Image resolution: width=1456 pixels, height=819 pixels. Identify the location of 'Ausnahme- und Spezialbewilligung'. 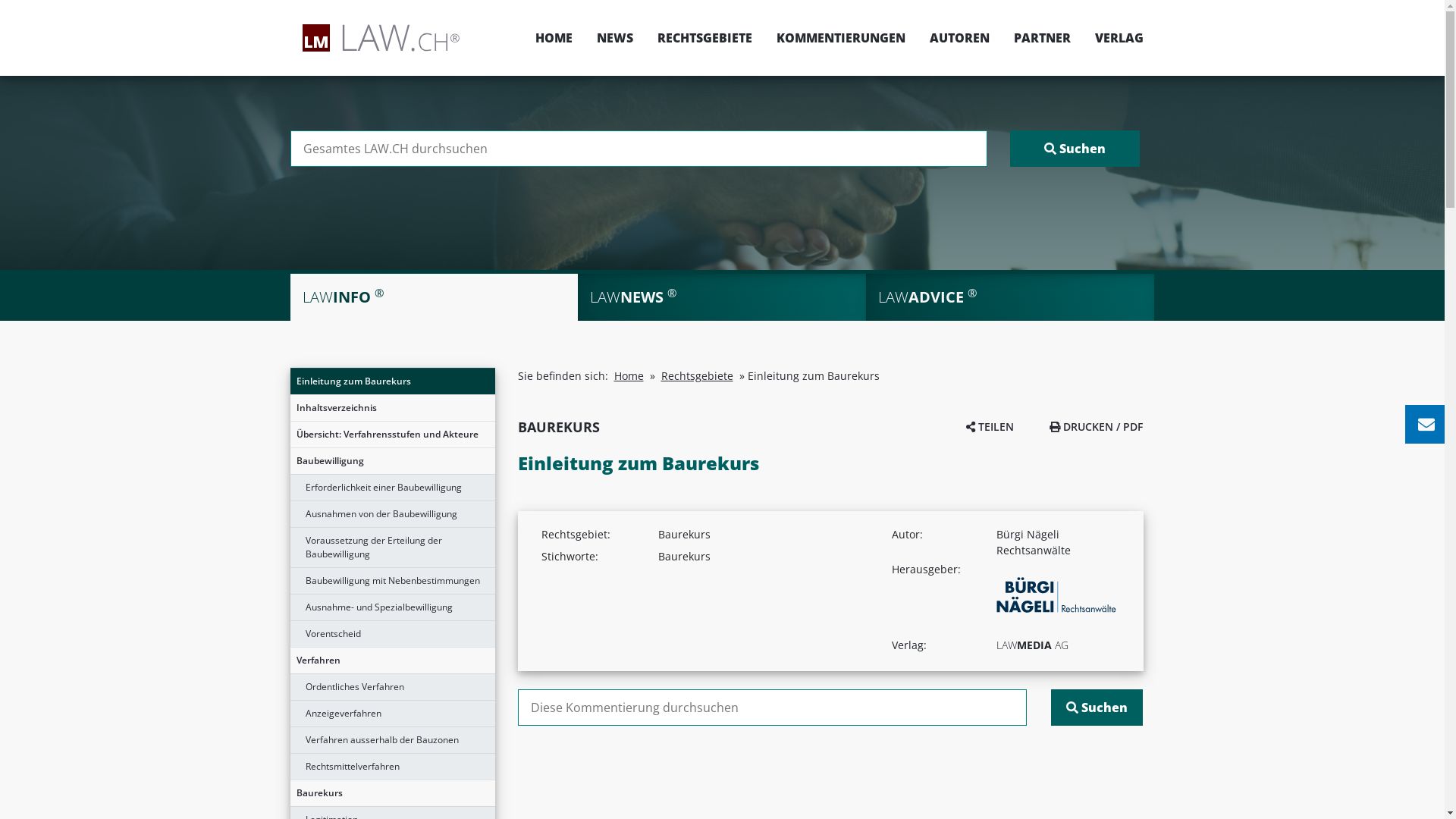
(392, 607).